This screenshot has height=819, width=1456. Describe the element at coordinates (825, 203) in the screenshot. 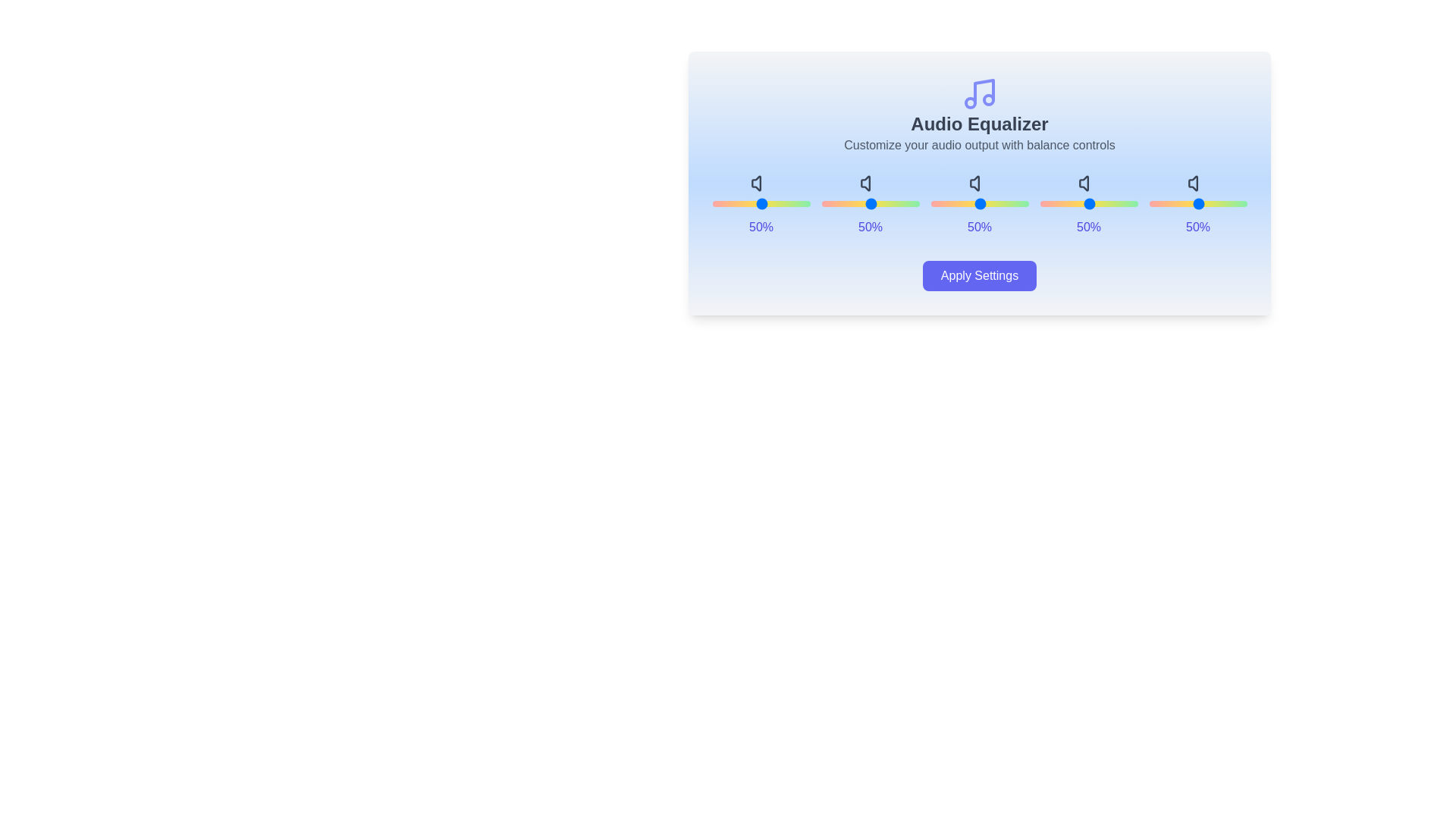

I see `the slider for band 0 to 85%` at that location.